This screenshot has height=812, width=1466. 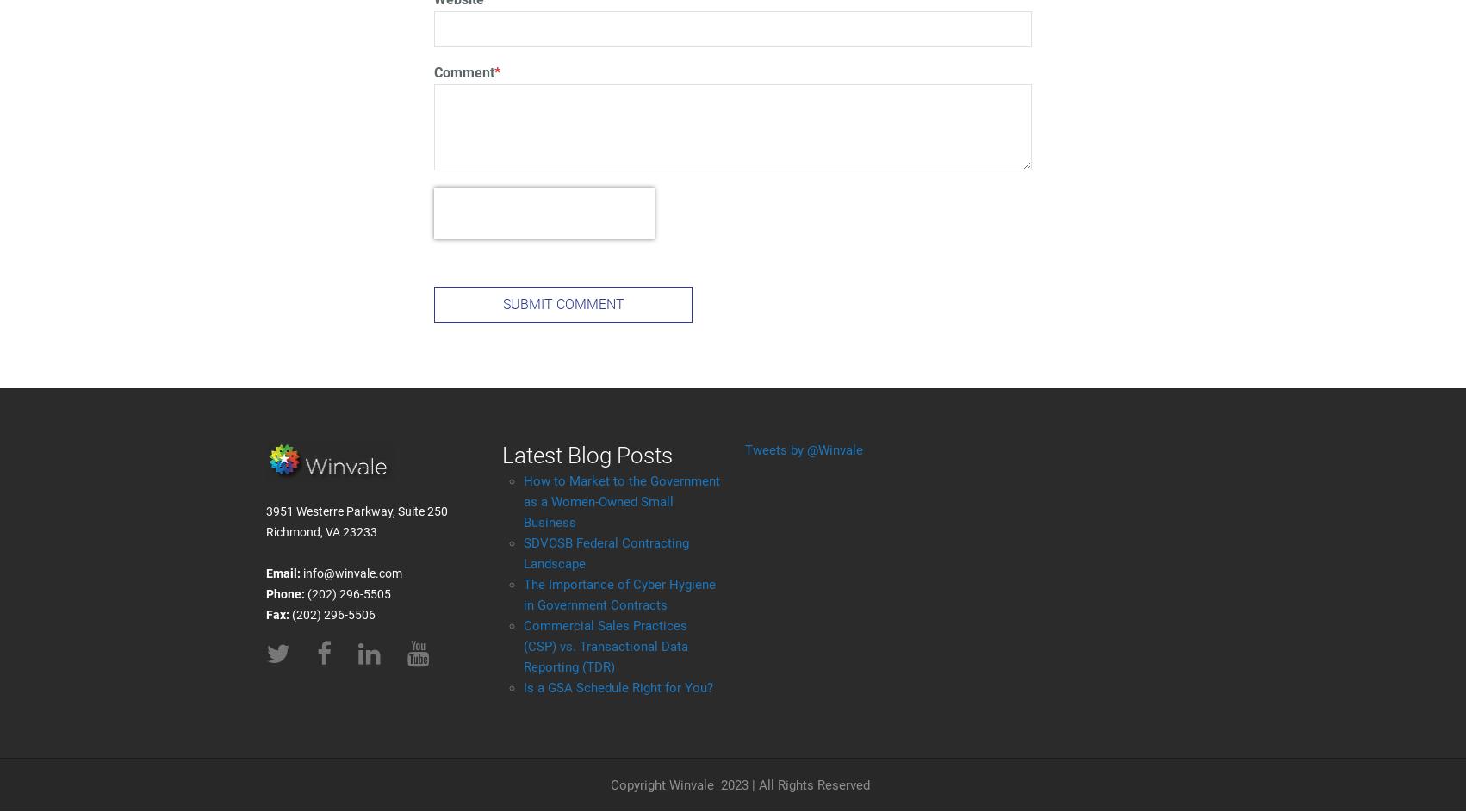 I want to click on 'info@winvale.com', so click(x=302, y=573).